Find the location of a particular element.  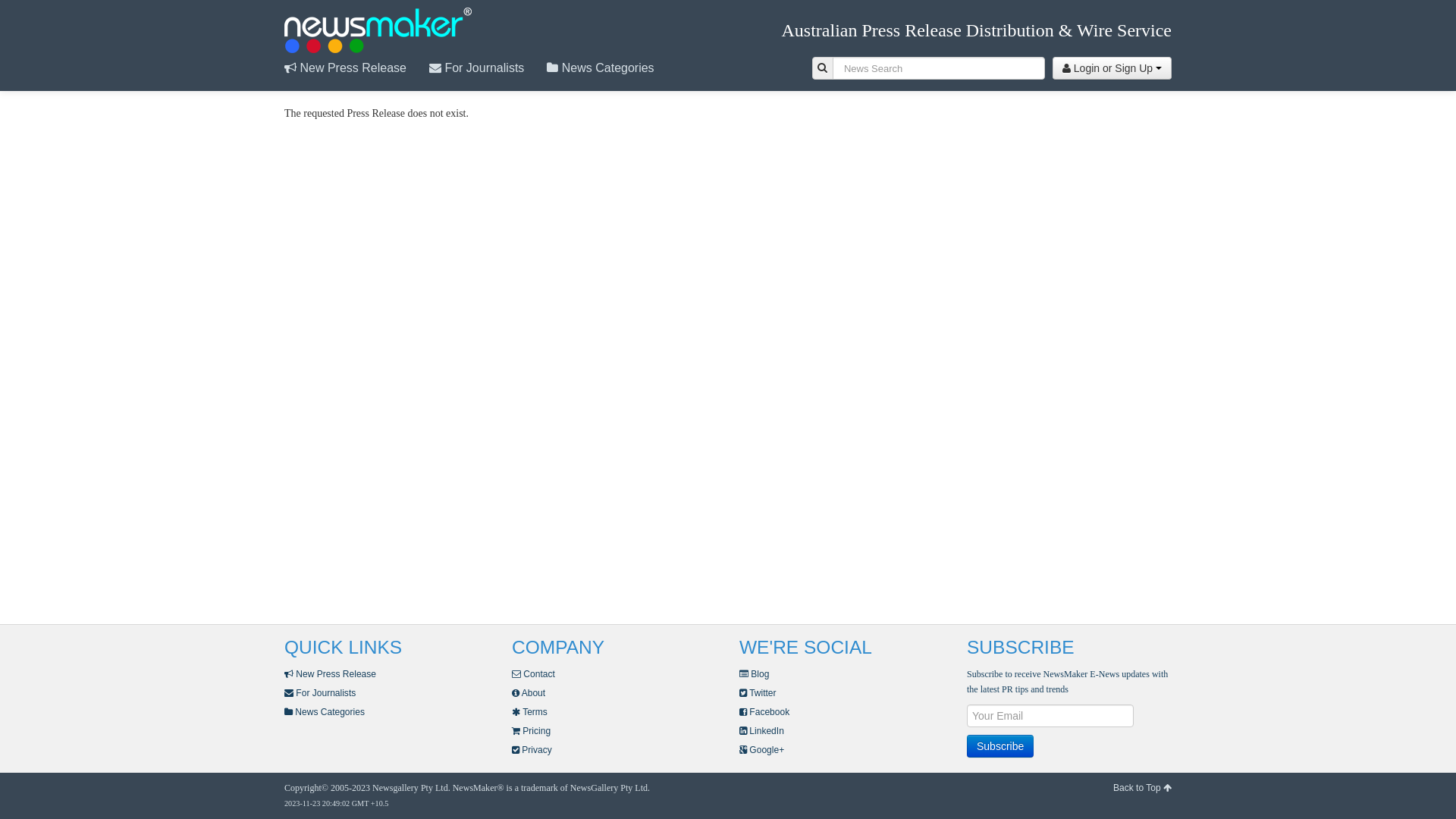

'New Press Release' is located at coordinates (356, 67).